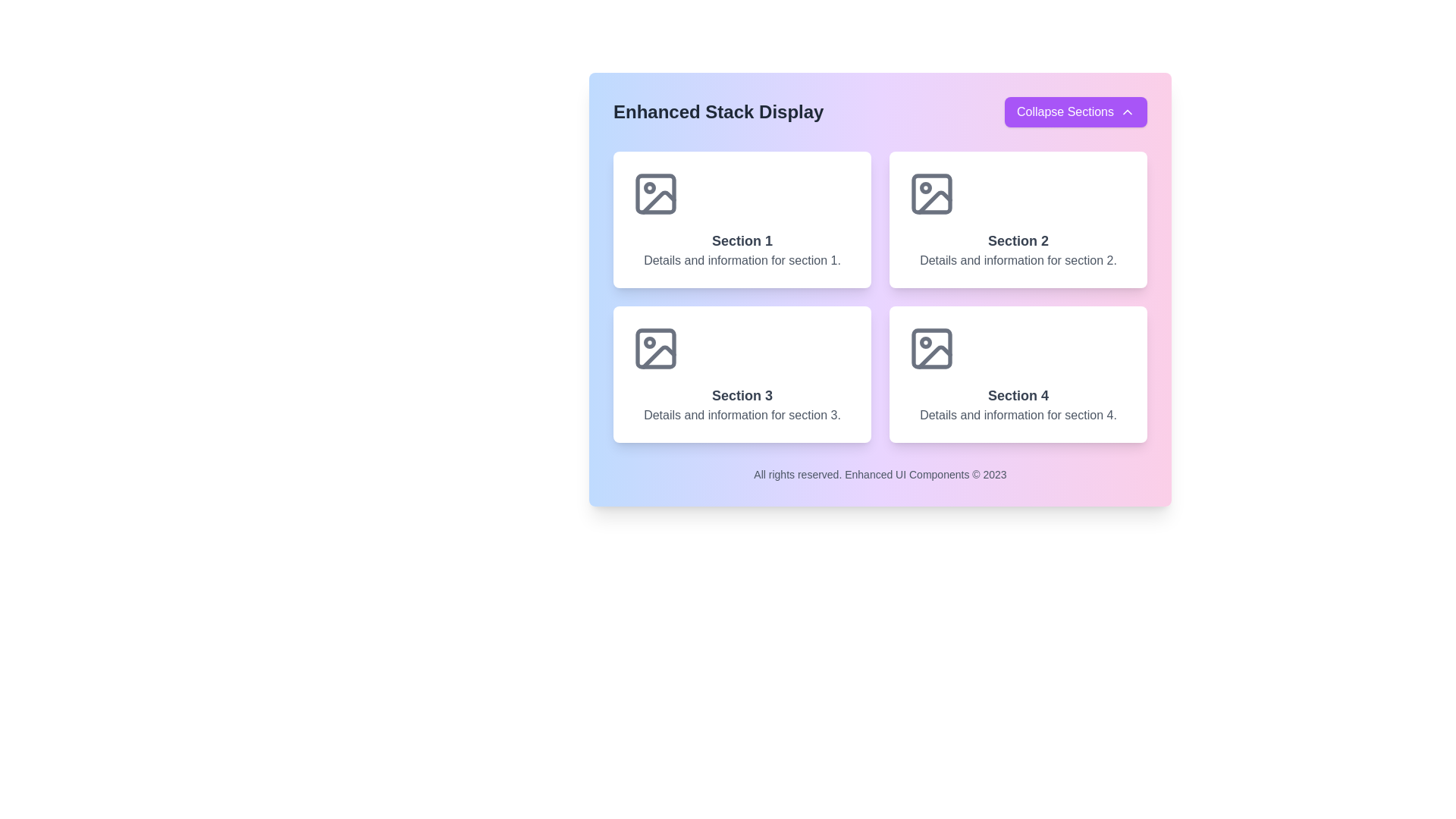  I want to click on the text label displaying 'Section 3', located in the second row, first column of a 2x2 grid layout, so click(742, 394).